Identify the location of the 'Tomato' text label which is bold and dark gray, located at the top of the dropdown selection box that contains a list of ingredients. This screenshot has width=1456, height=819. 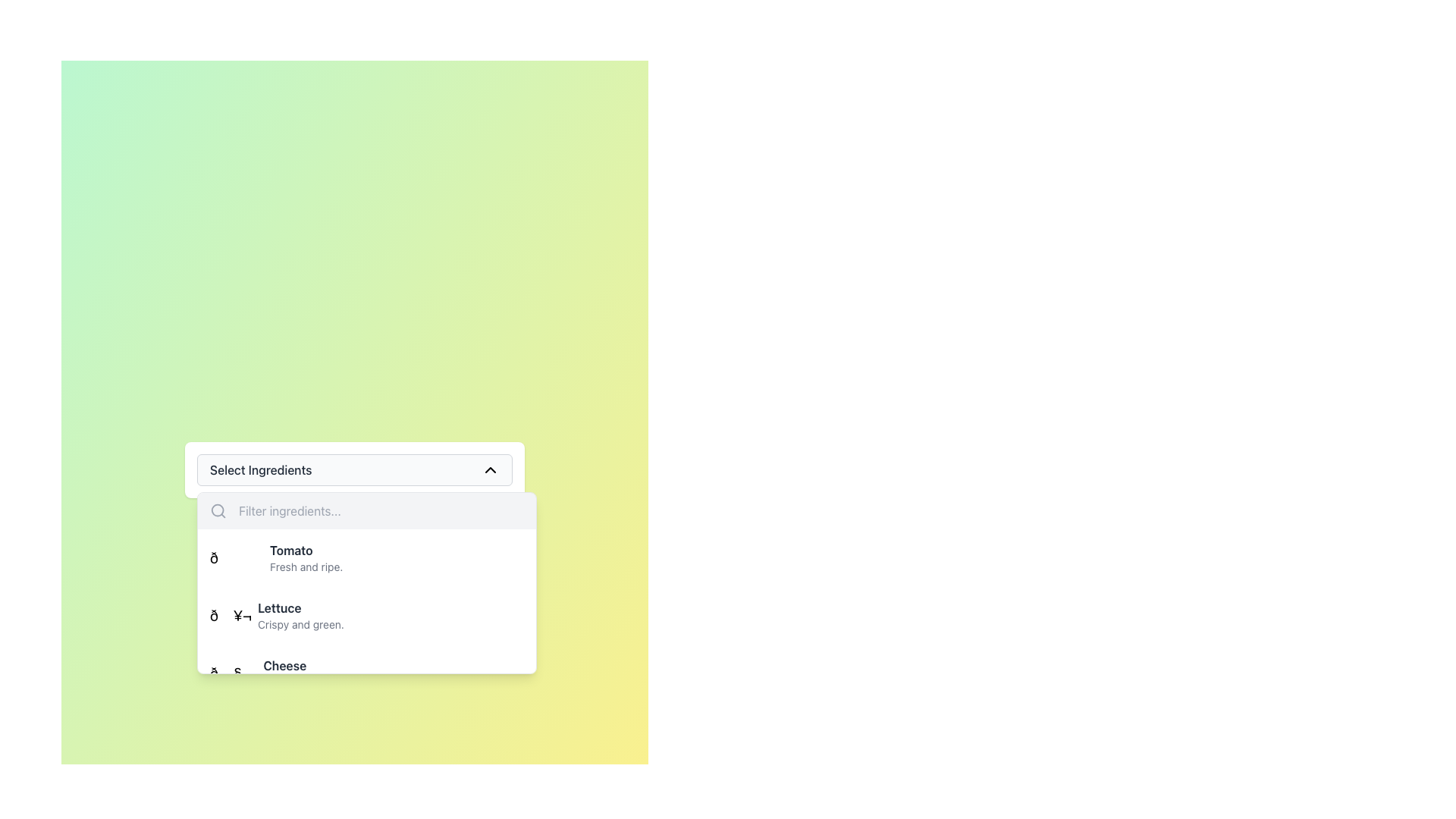
(305, 550).